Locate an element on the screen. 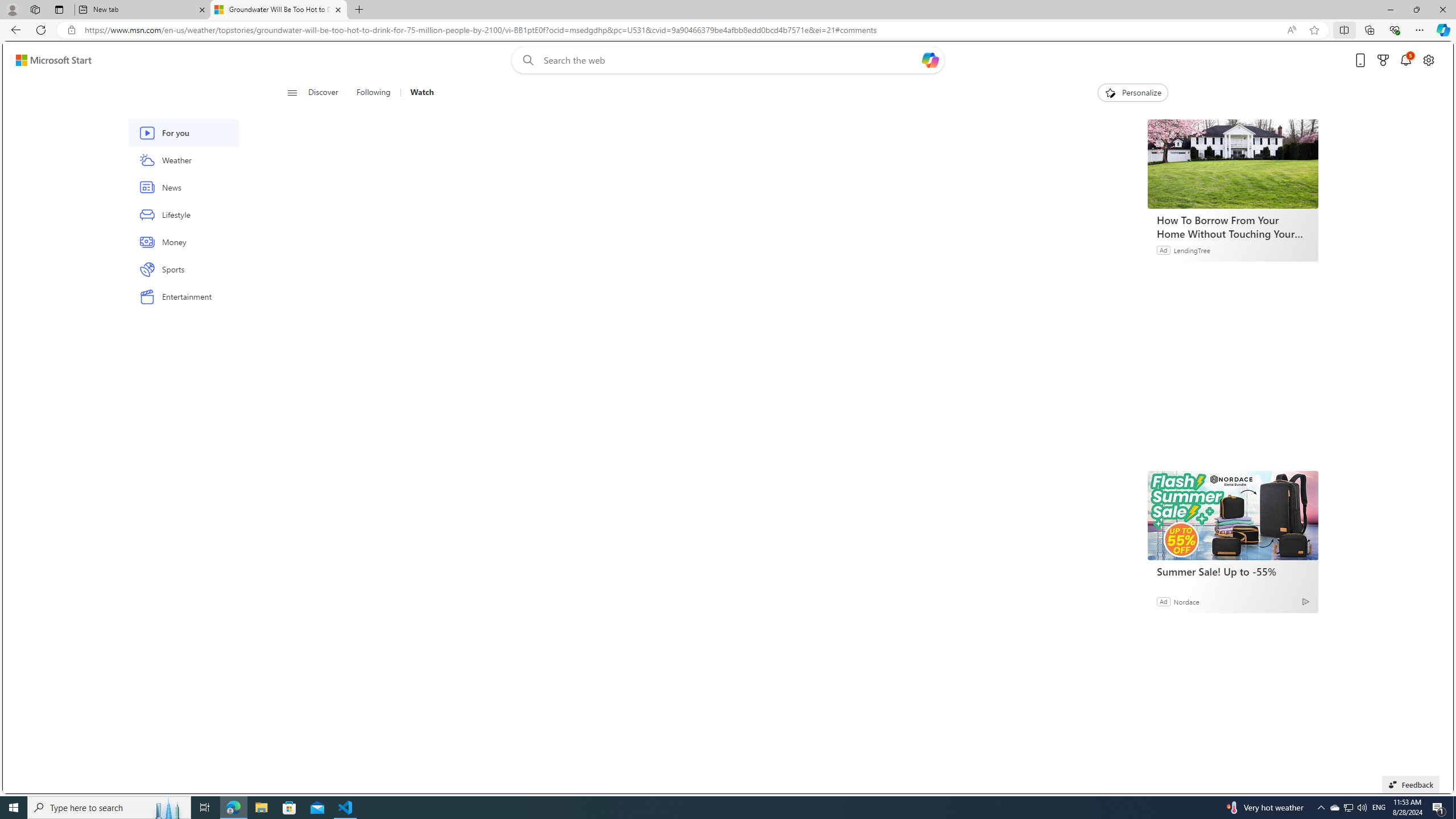 Image resolution: width=1456 pixels, height=819 pixels. 'How To Borrow From Your Home Without Touching Your Mortgage' is located at coordinates (1233, 226).